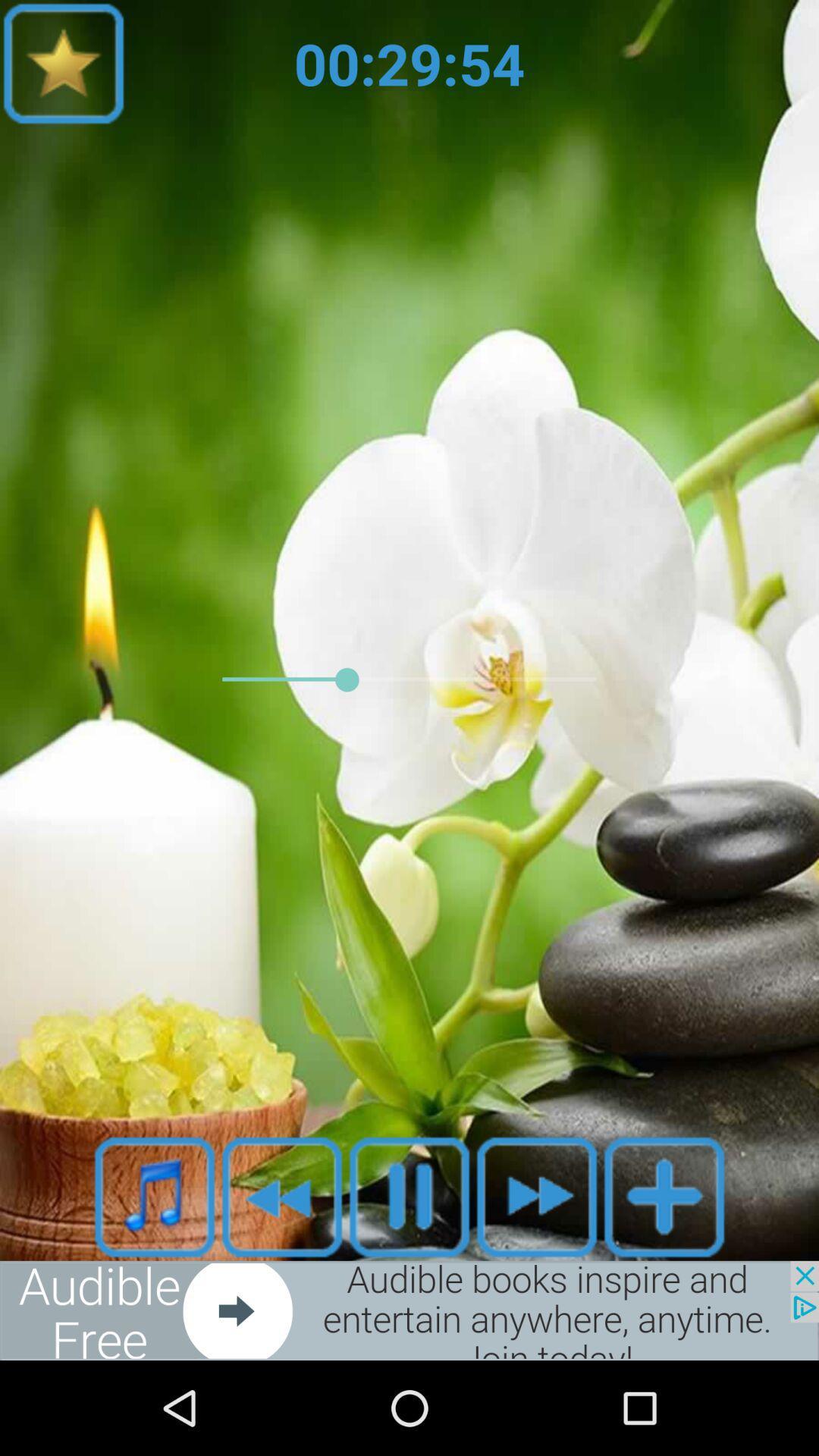 This screenshot has width=819, height=1456. Describe the element at coordinates (536, 1196) in the screenshot. I see `next music` at that location.